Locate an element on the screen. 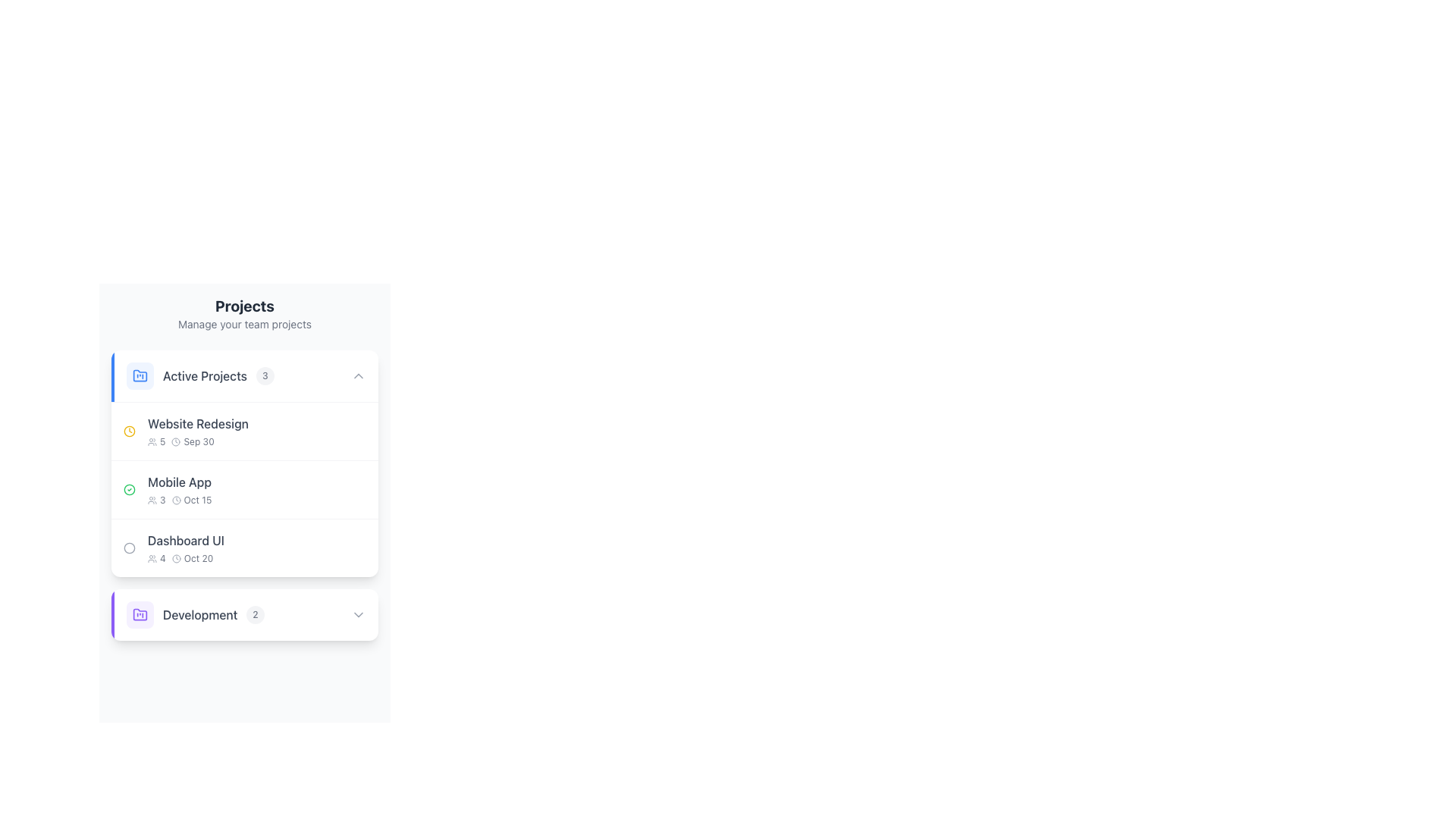 This screenshot has height=819, width=1456. date and number displayed in the Text and Icon Combination element, which shows '5 Sep 30' in gray font below 'Website Redesign' is located at coordinates (197, 441).